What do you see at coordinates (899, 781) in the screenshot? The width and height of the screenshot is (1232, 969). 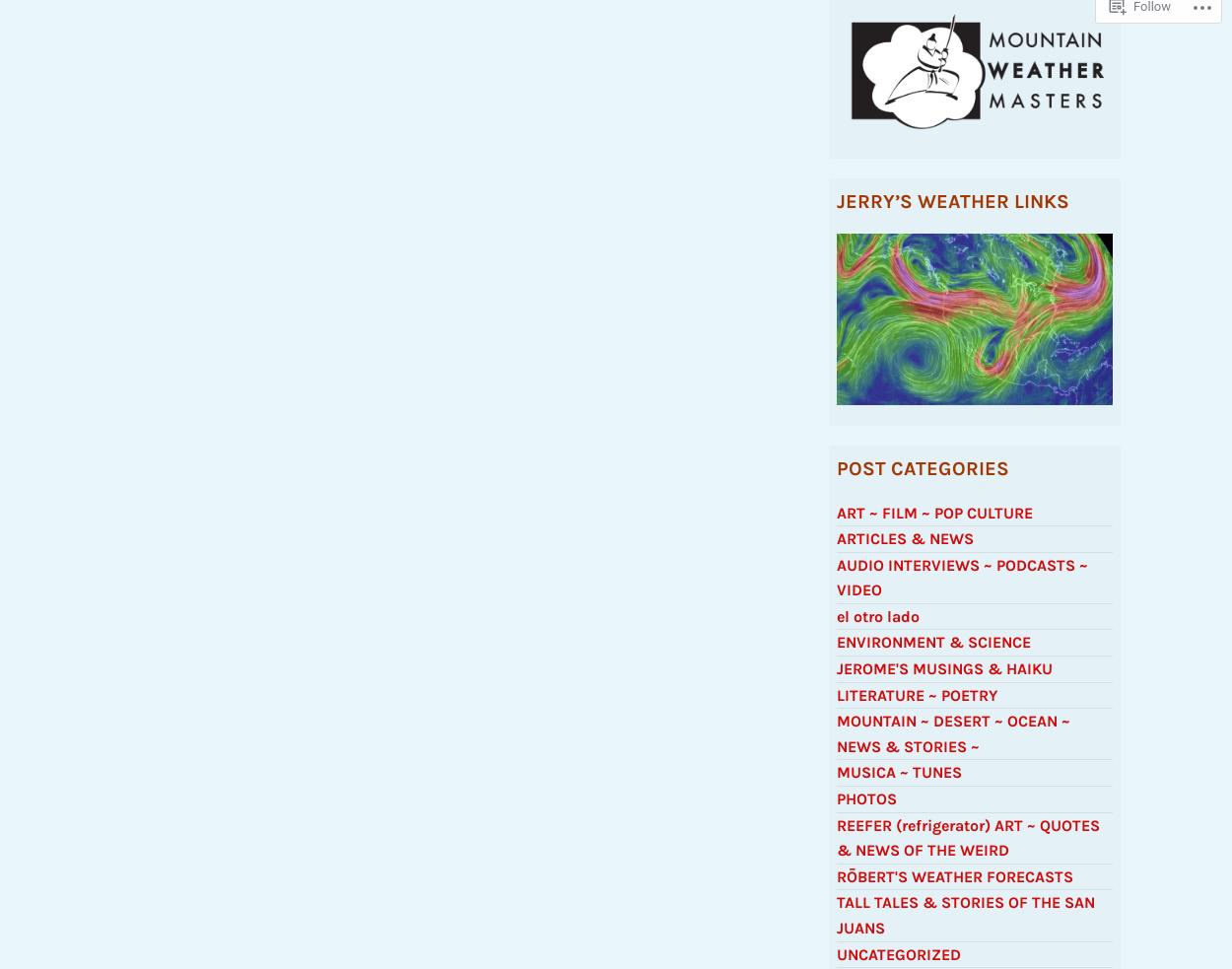 I see `'MUSICA ~ TUNES'` at bounding box center [899, 781].